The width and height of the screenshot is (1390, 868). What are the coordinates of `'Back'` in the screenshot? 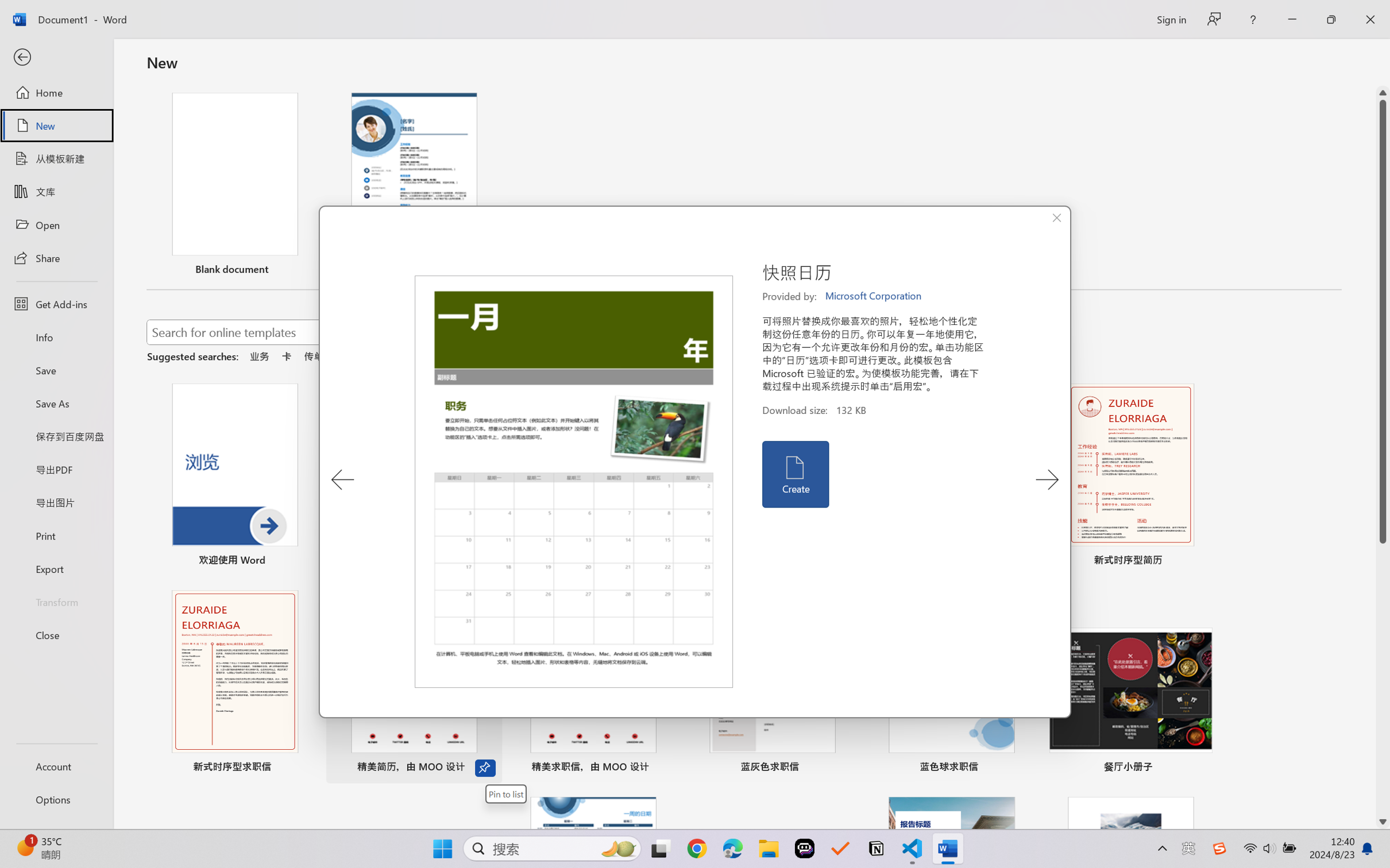 It's located at (56, 57).